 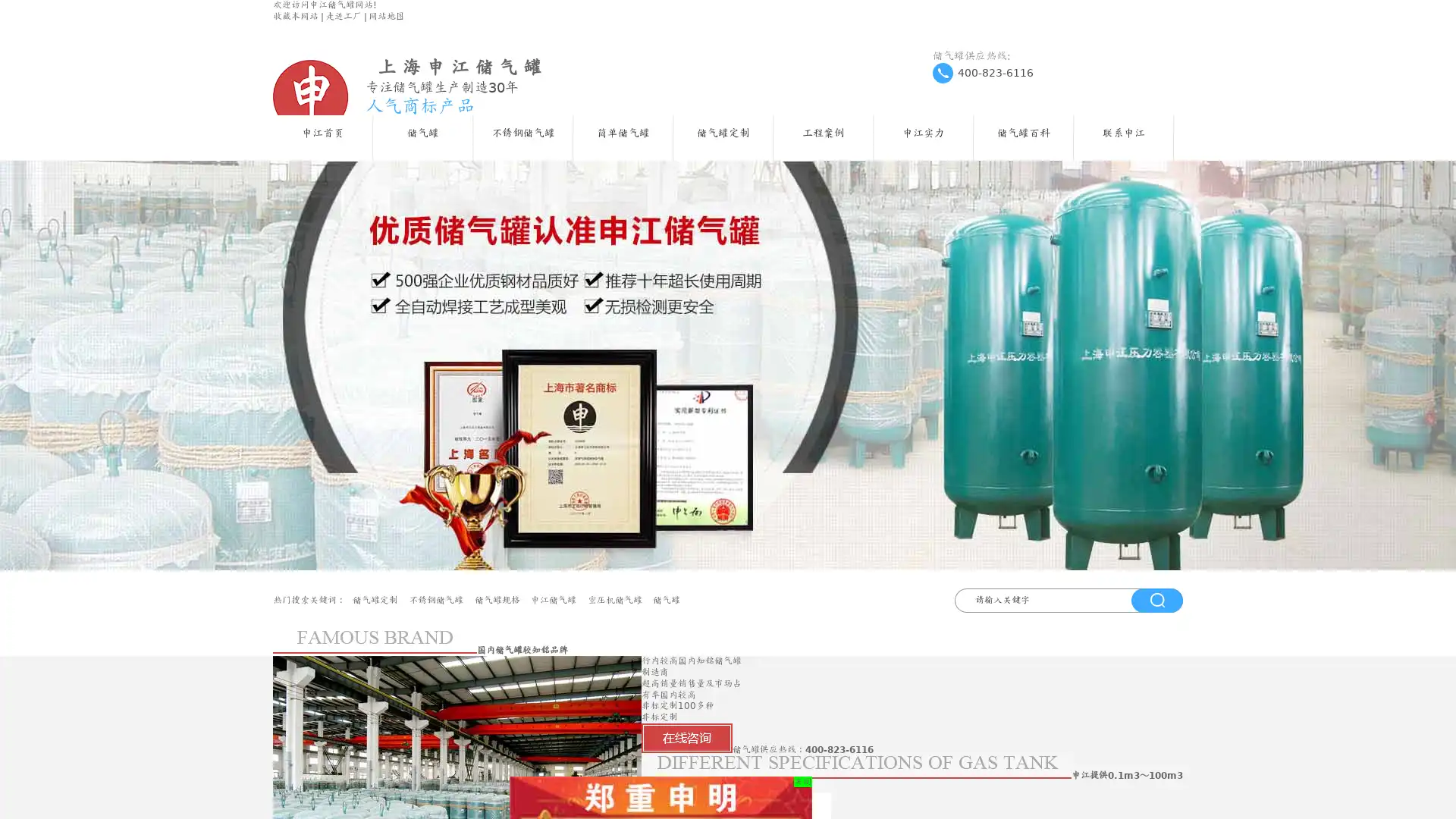 What do you see at coordinates (1156, 598) in the screenshot?
I see `Submit` at bounding box center [1156, 598].